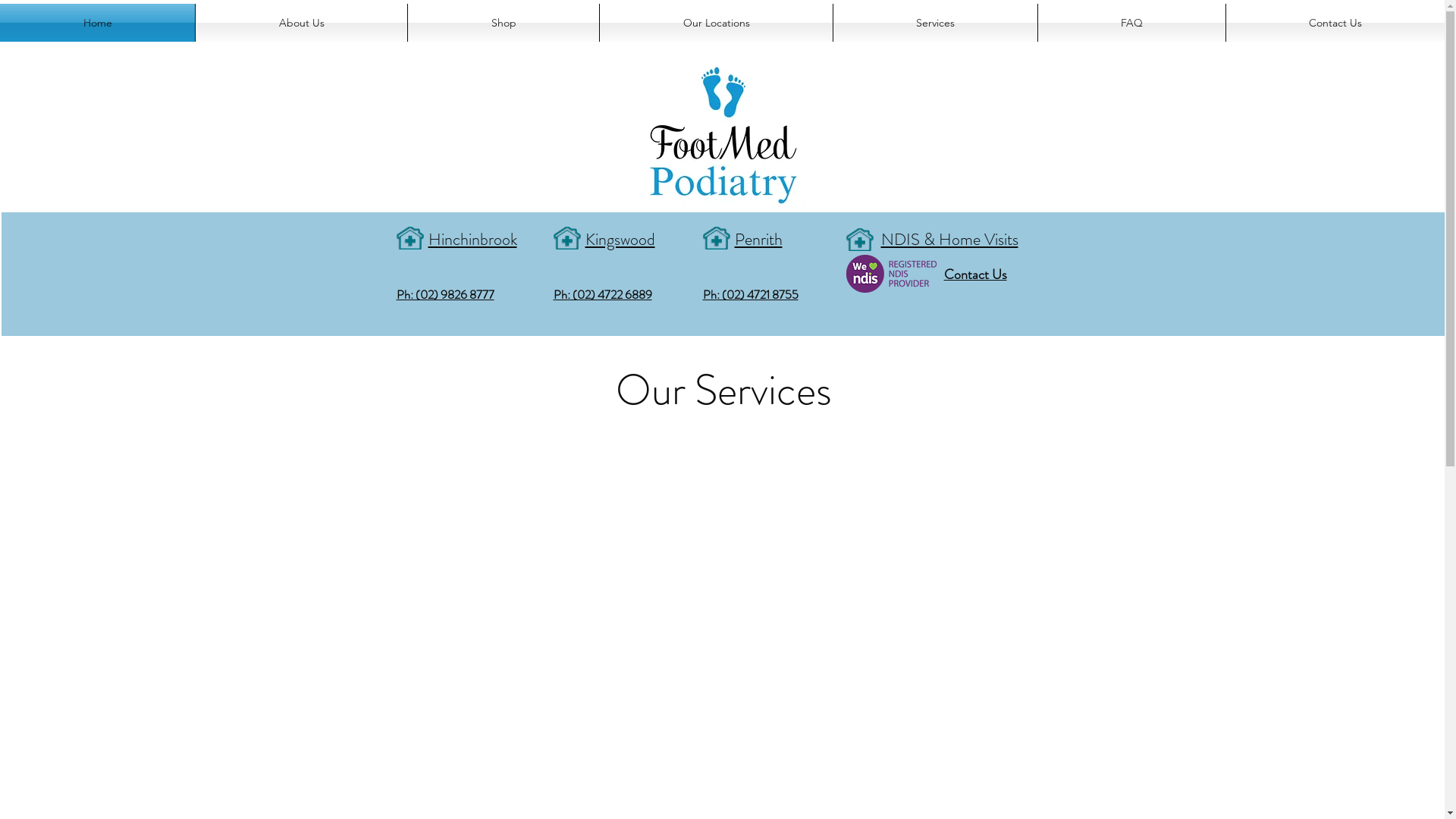  Describe the element at coordinates (74, 15) in the screenshot. I see `'Home'` at that location.